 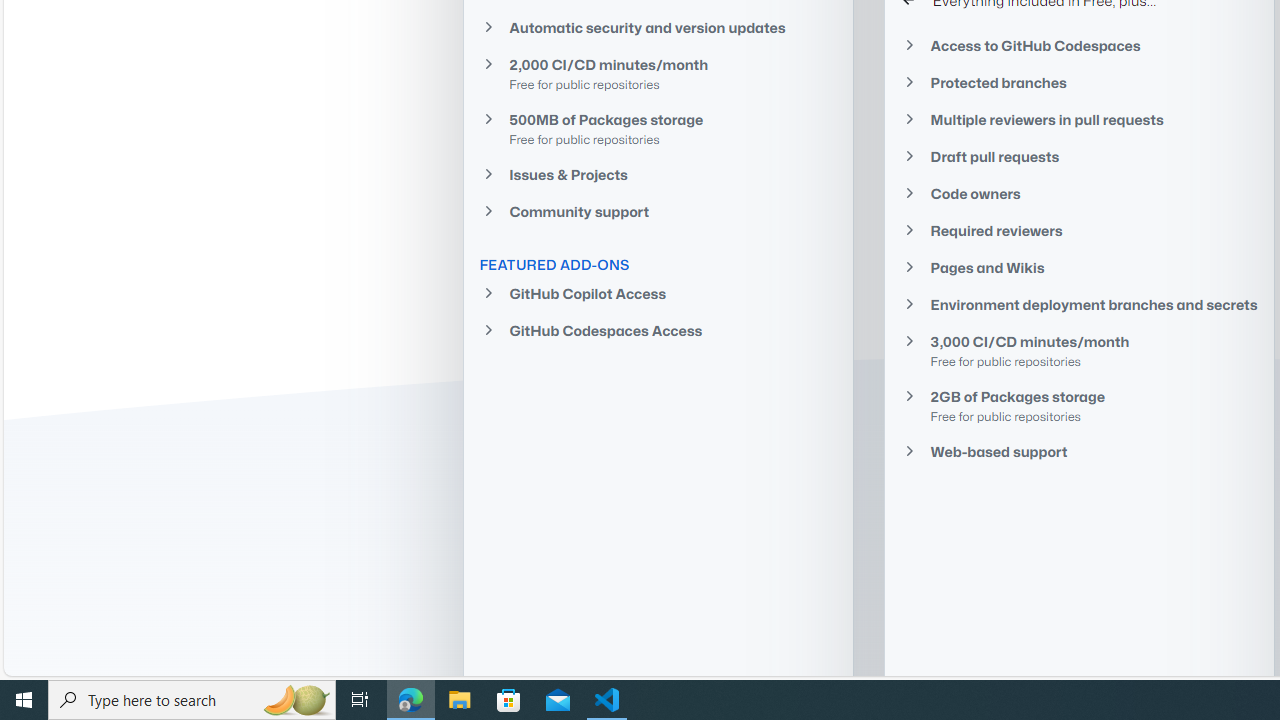 I want to click on 'Automatic security and version updates', so click(x=657, y=27).